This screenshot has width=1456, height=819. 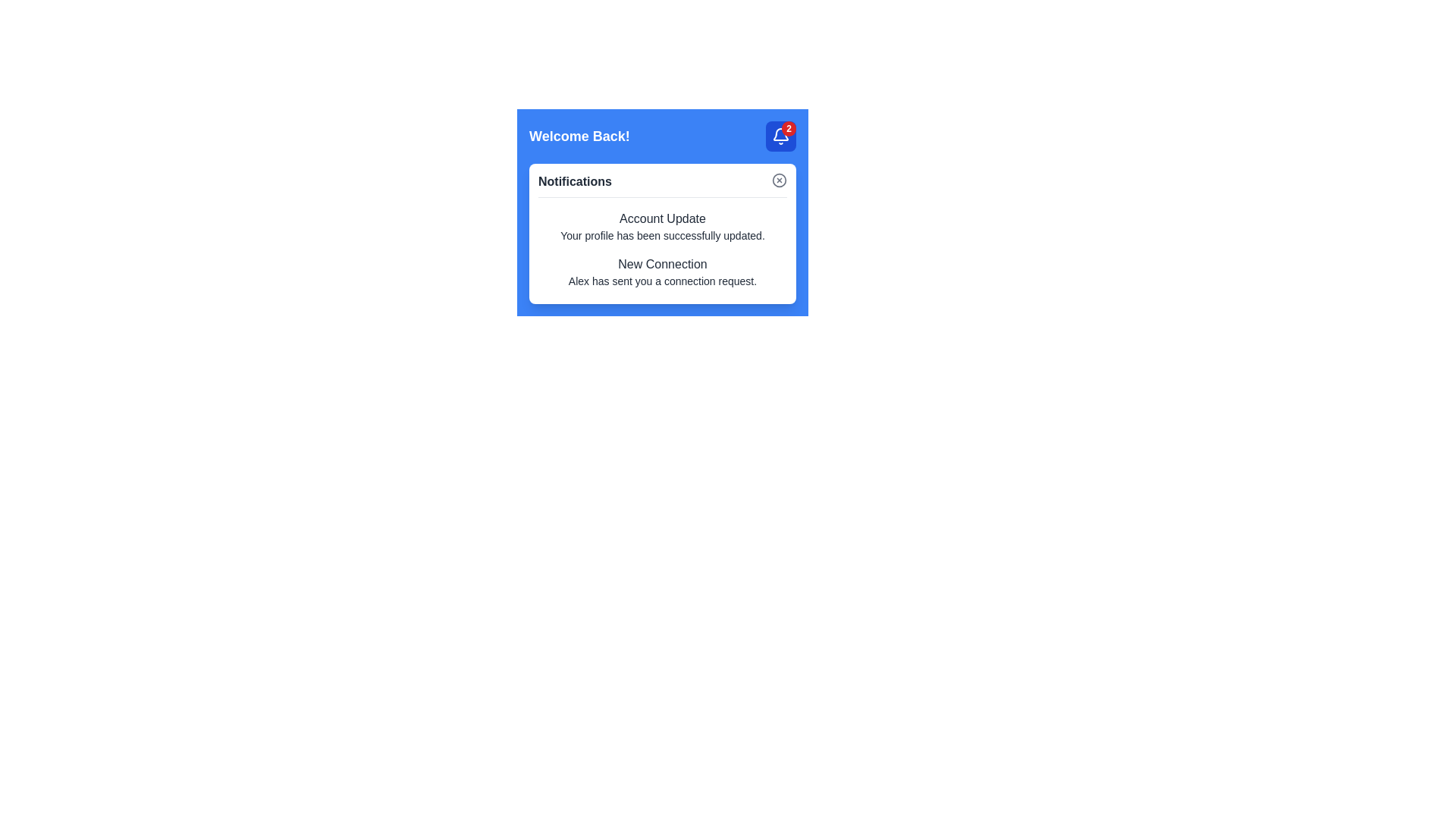 What do you see at coordinates (789, 127) in the screenshot?
I see `the small circular badge with a red background and the number '2'` at bounding box center [789, 127].